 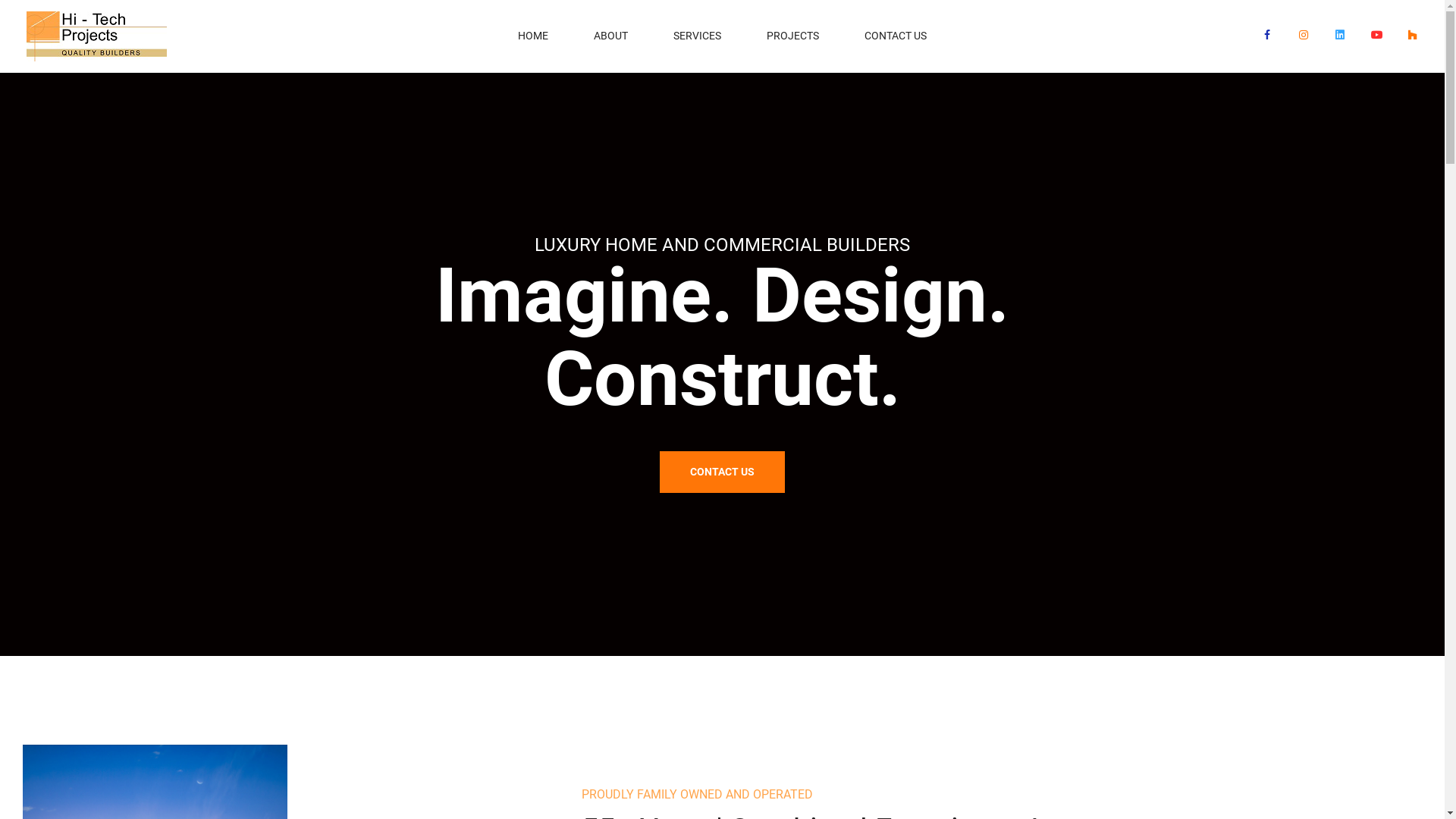 What do you see at coordinates (721, 471) in the screenshot?
I see `'CONTACT US'` at bounding box center [721, 471].